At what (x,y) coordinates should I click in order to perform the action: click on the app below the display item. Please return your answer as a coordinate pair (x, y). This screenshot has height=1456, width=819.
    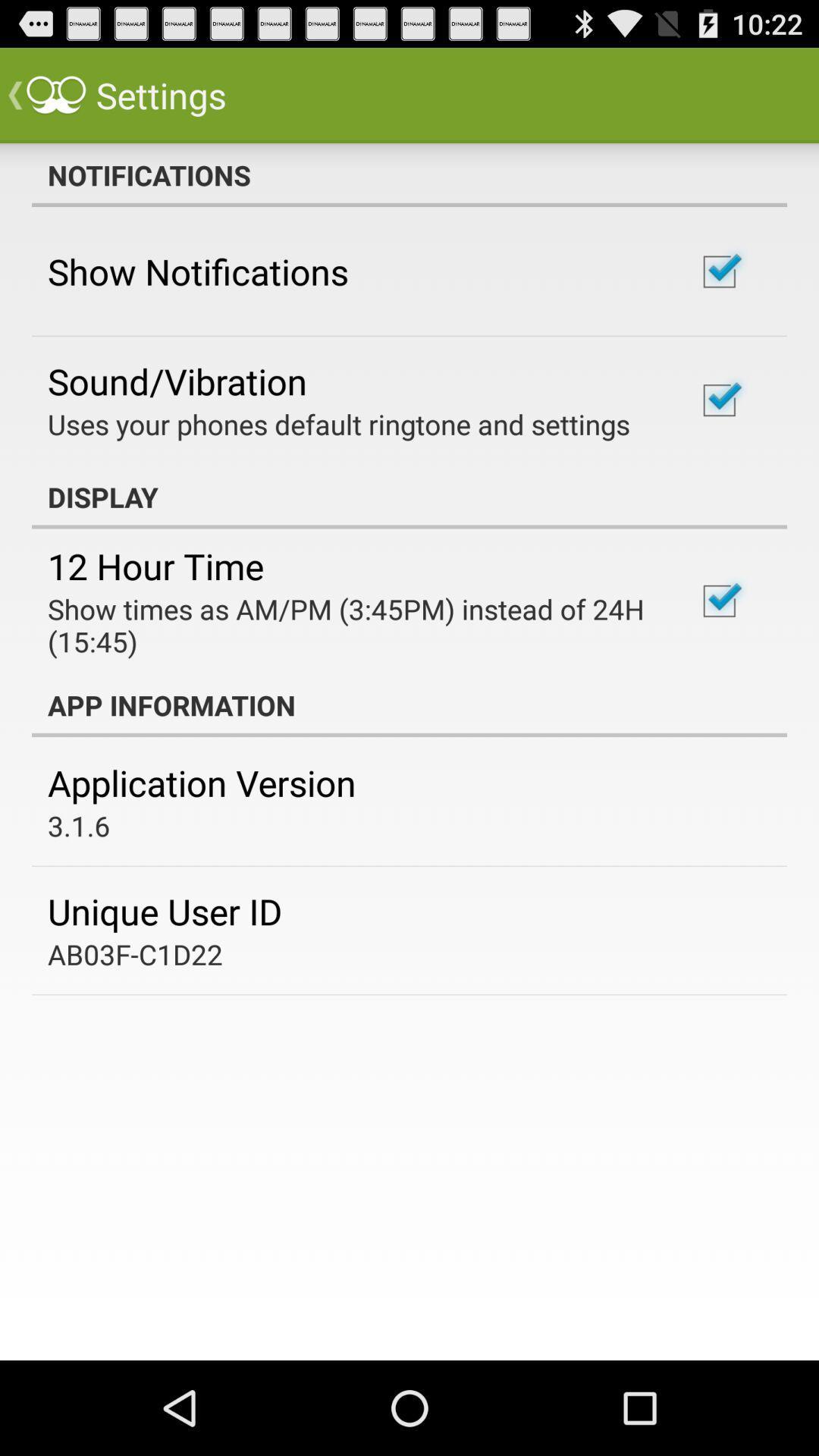
    Looking at the image, I should click on (155, 565).